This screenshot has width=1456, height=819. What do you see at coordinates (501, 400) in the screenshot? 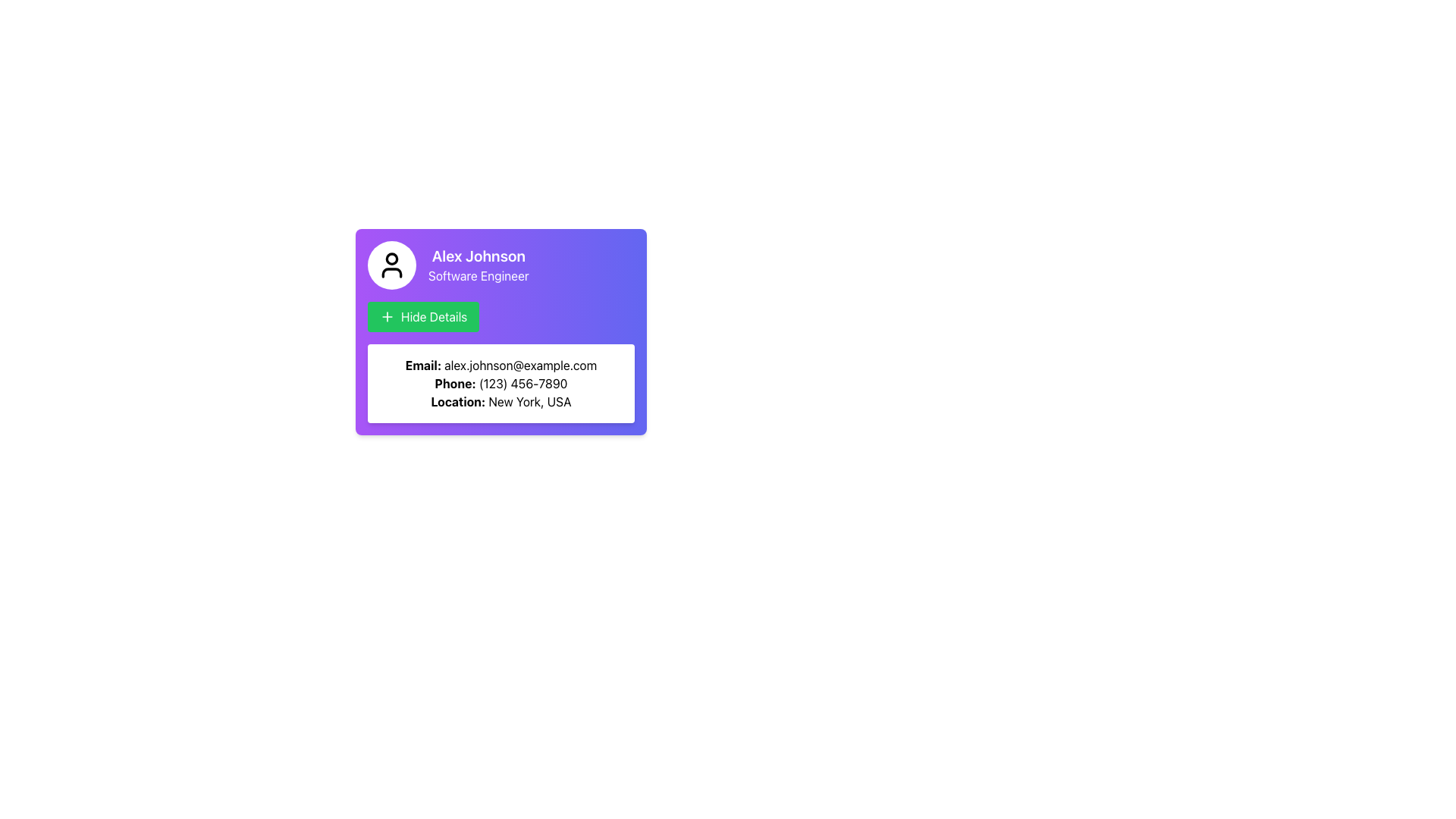
I see `the 'Location: New York, USA' text label which is styled in bold and is the third text entry in the user details card` at bounding box center [501, 400].